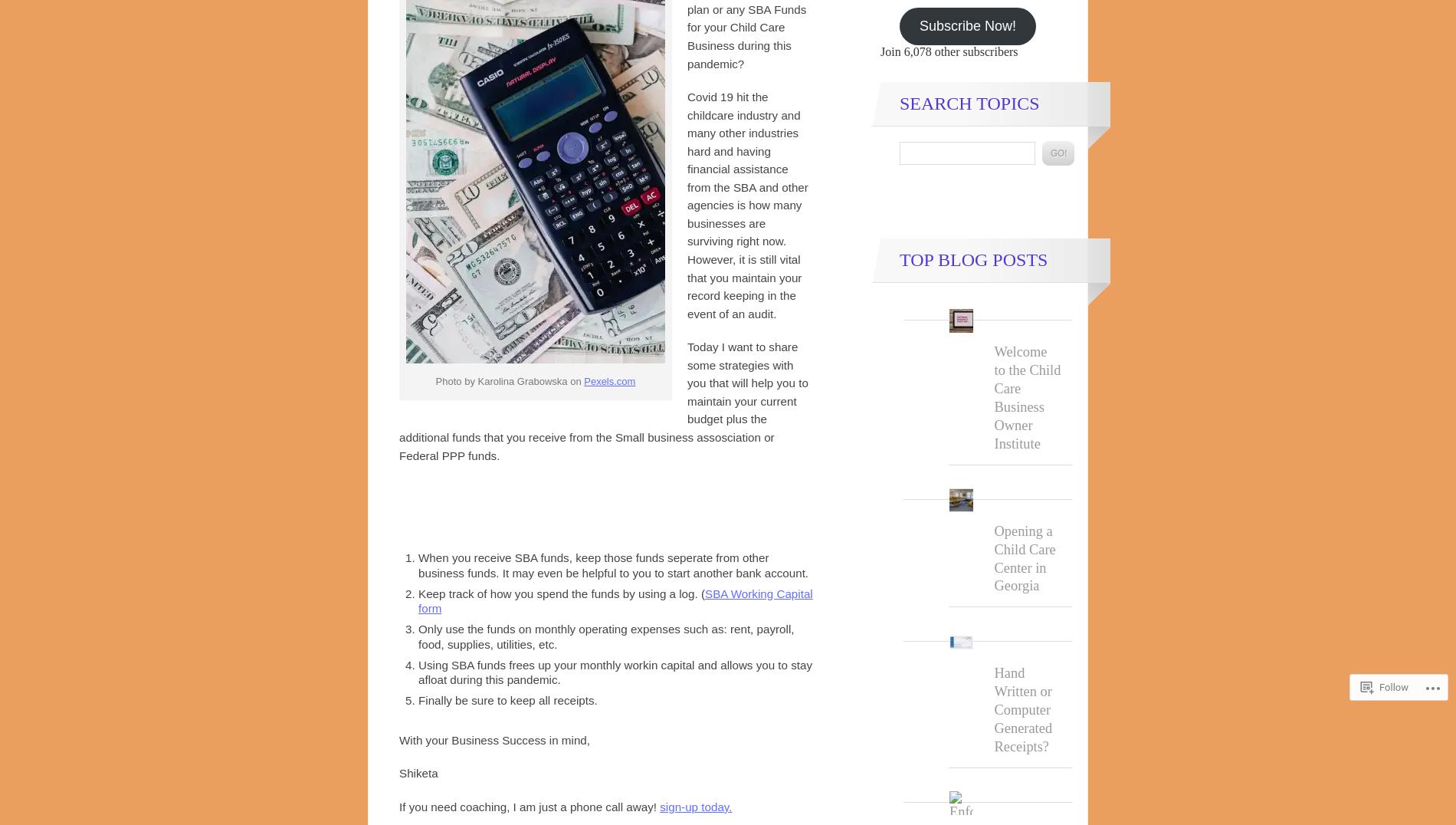 The width and height of the screenshot is (1456, 825). I want to click on 'Photo by Karolina Grabowska on', so click(510, 380).